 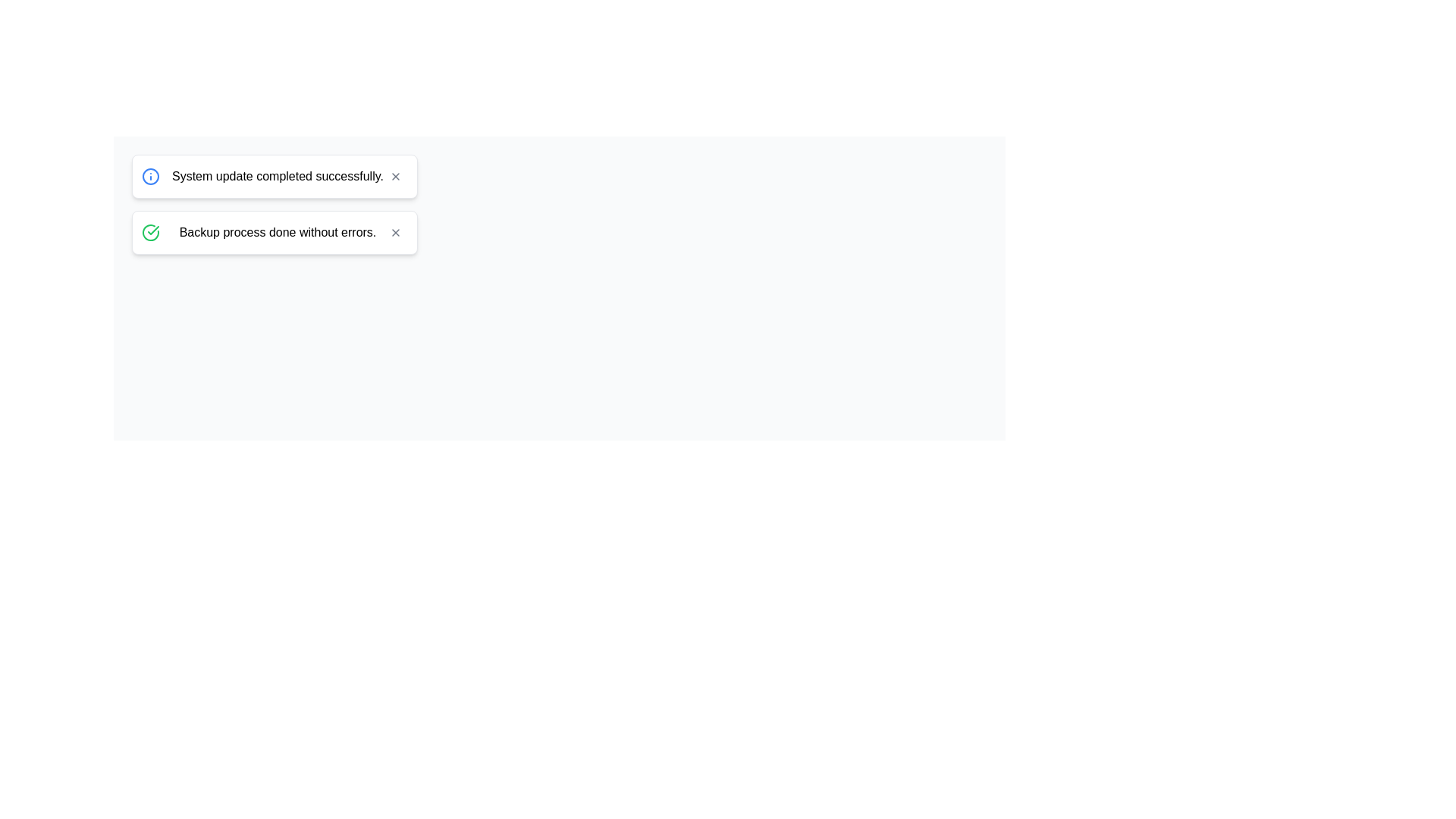 What do you see at coordinates (278, 175) in the screenshot?
I see `the Text label that conveys a status update message about the successful completion of a system update` at bounding box center [278, 175].